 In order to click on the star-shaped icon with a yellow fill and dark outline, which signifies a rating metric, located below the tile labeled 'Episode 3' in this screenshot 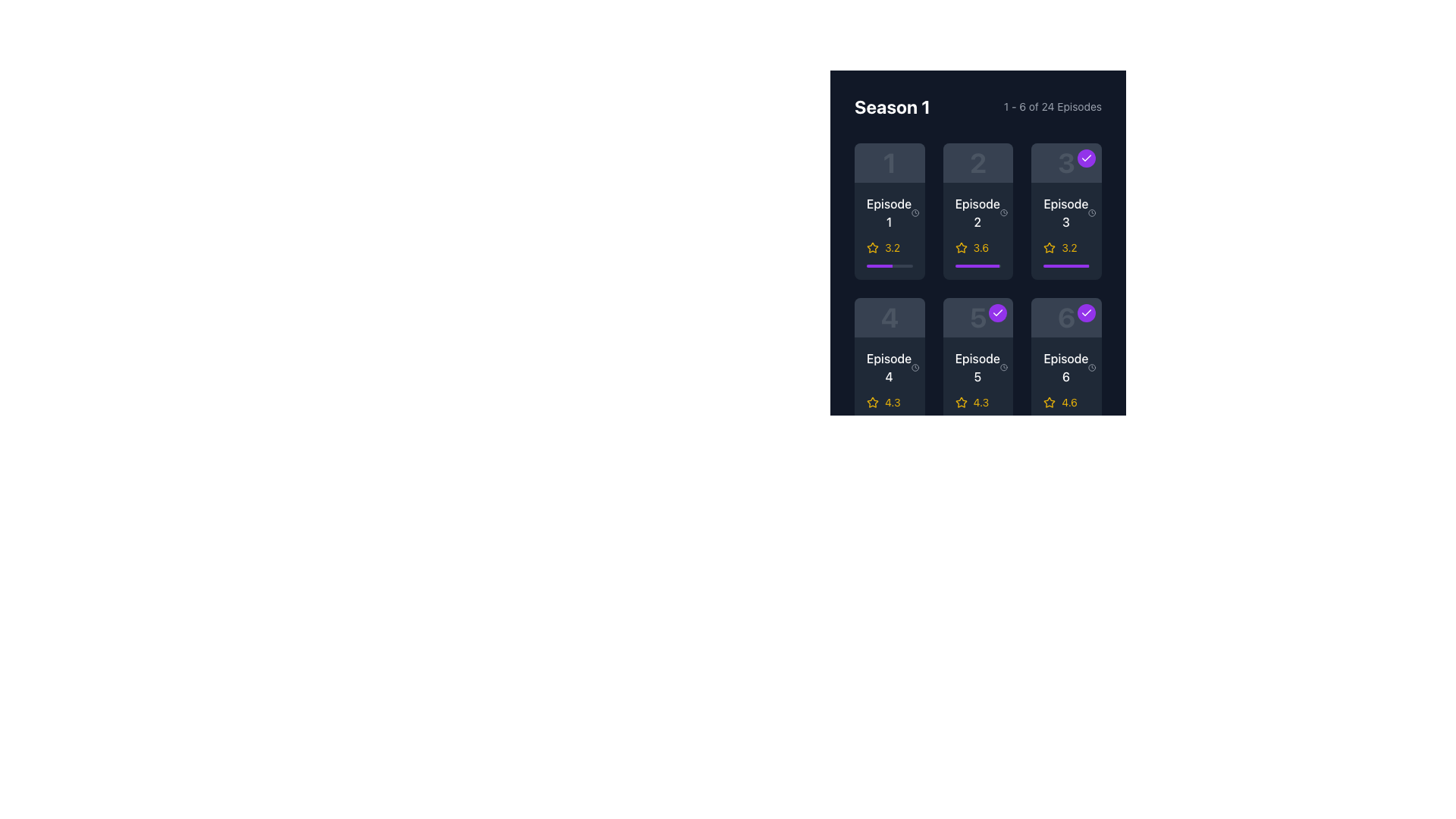, I will do `click(1049, 247)`.